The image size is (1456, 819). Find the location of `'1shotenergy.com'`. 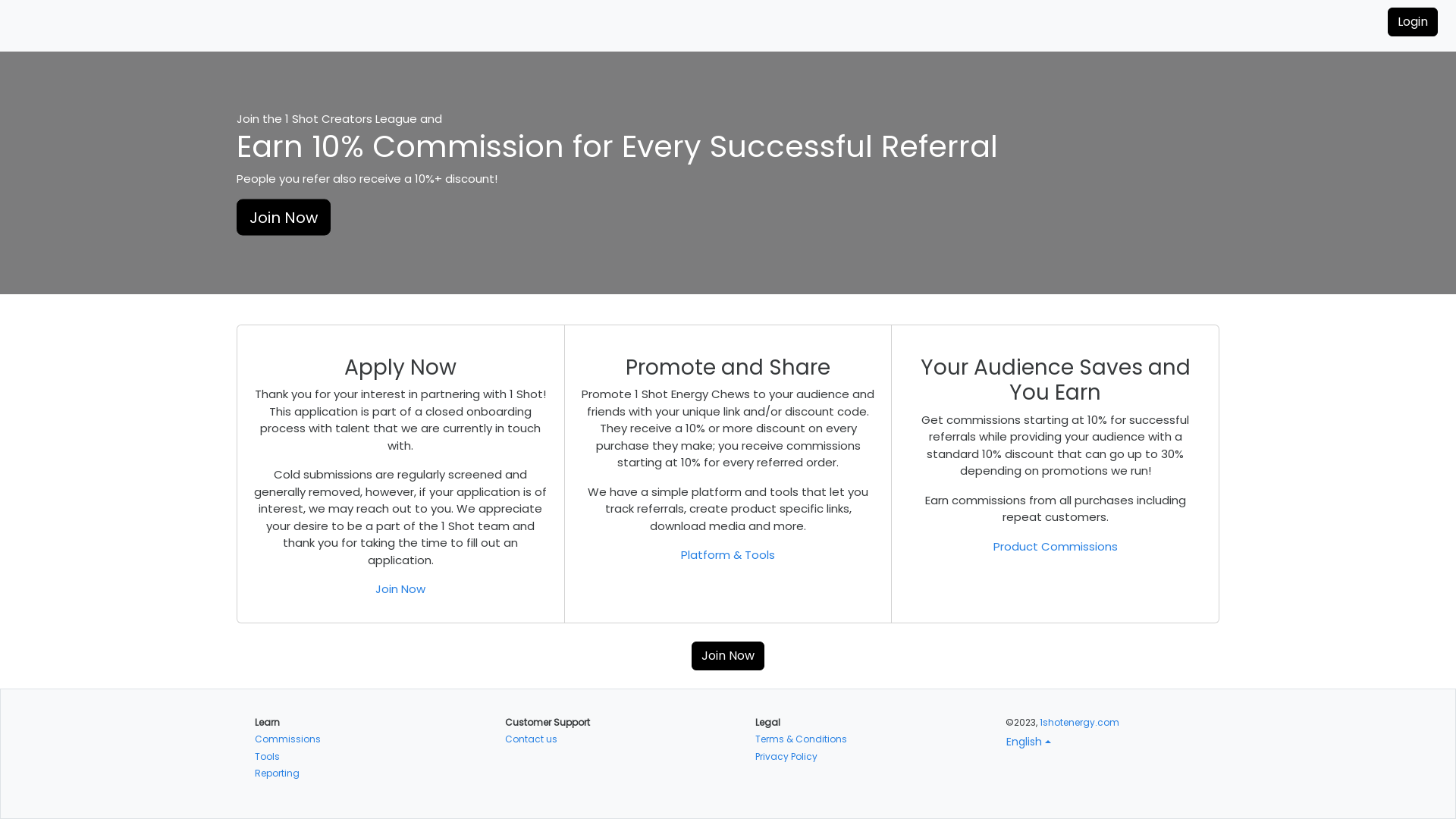

'1shotenergy.com' is located at coordinates (1078, 721).